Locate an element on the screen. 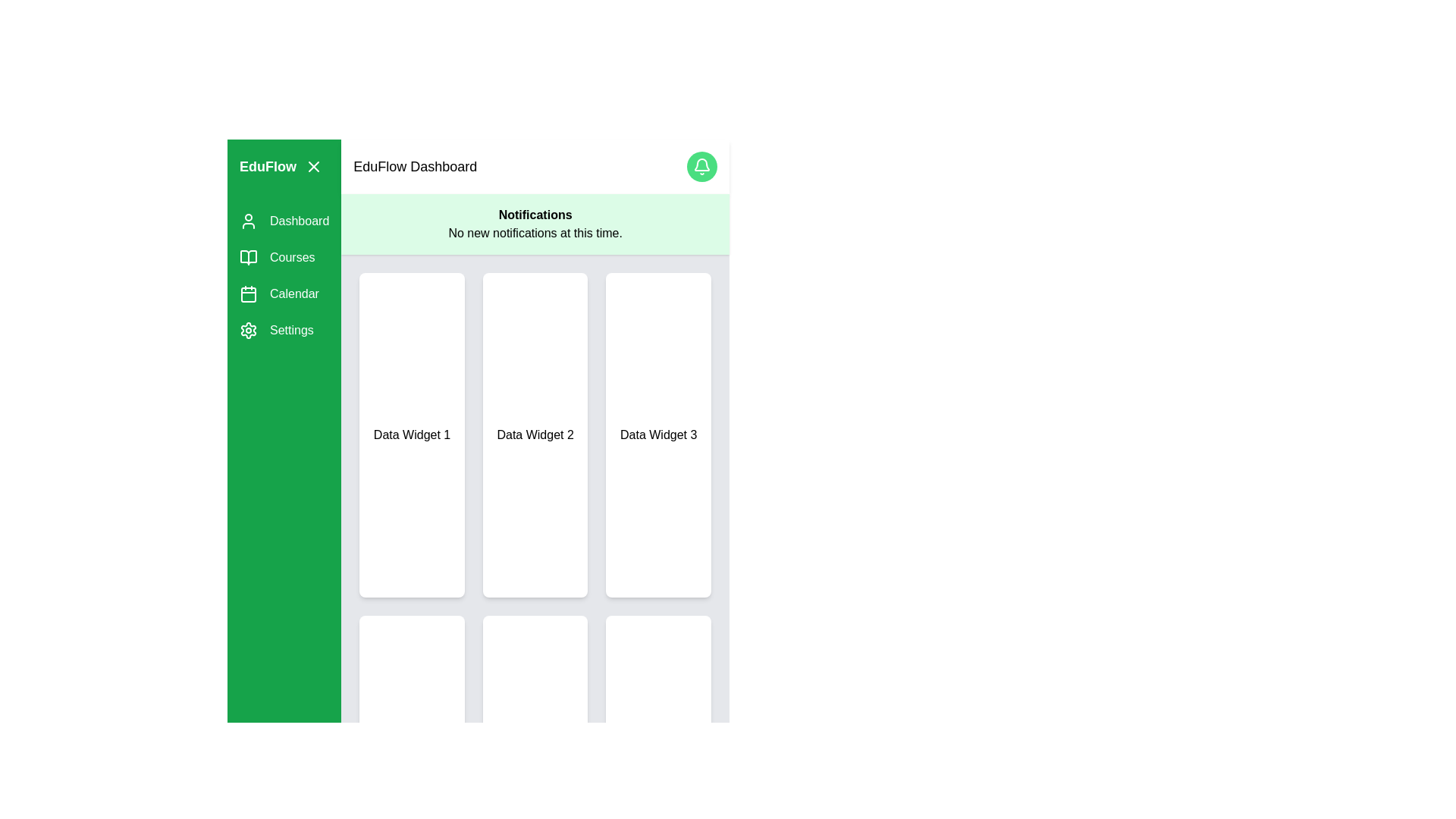 Image resolution: width=1456 pixels, height=819 pixels. the static informational box that displays the current notification status, located directly below the 'EduFlow Dashboard' header and above the data widgets grid is located at coordinates (535, 224).